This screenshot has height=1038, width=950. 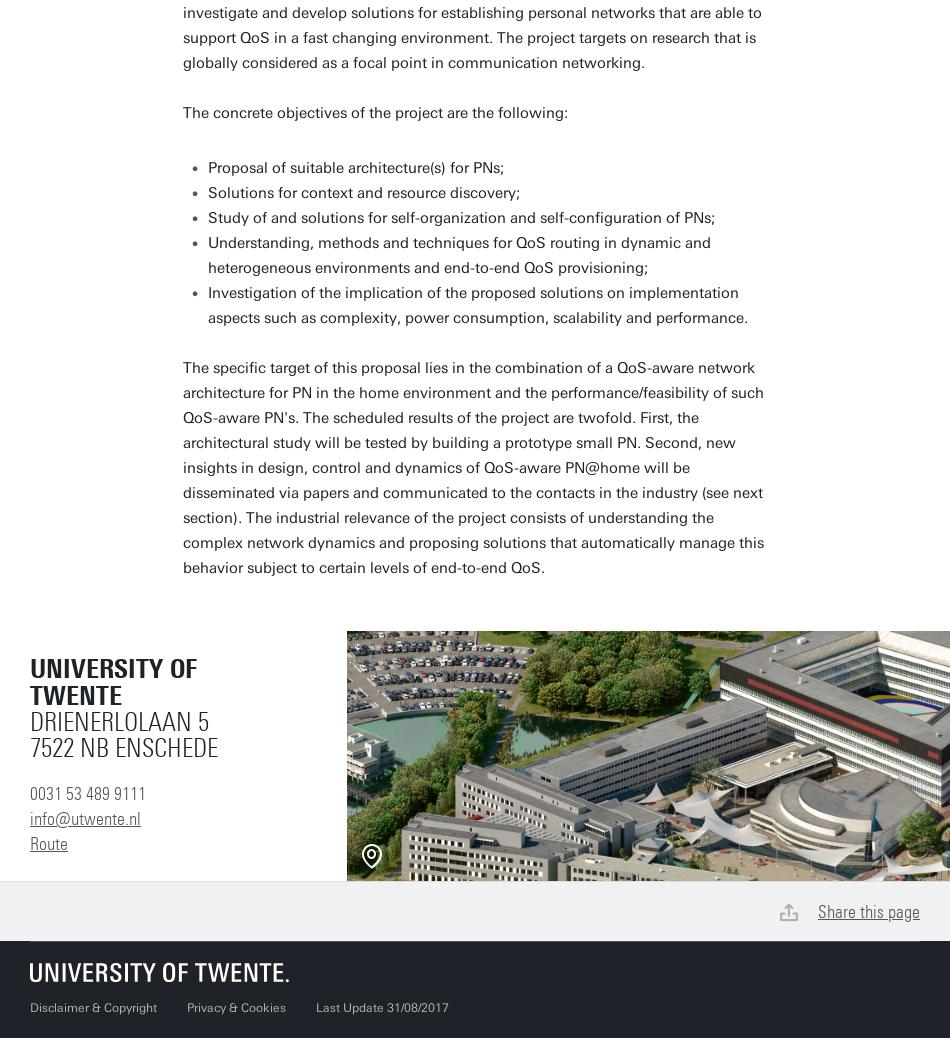 What do you see at coordinates (460, 216) in the screenshot?
I see `'Study of and solutions for self-organization and self-configuration of PNs;'` at bounding box center [460, 216].